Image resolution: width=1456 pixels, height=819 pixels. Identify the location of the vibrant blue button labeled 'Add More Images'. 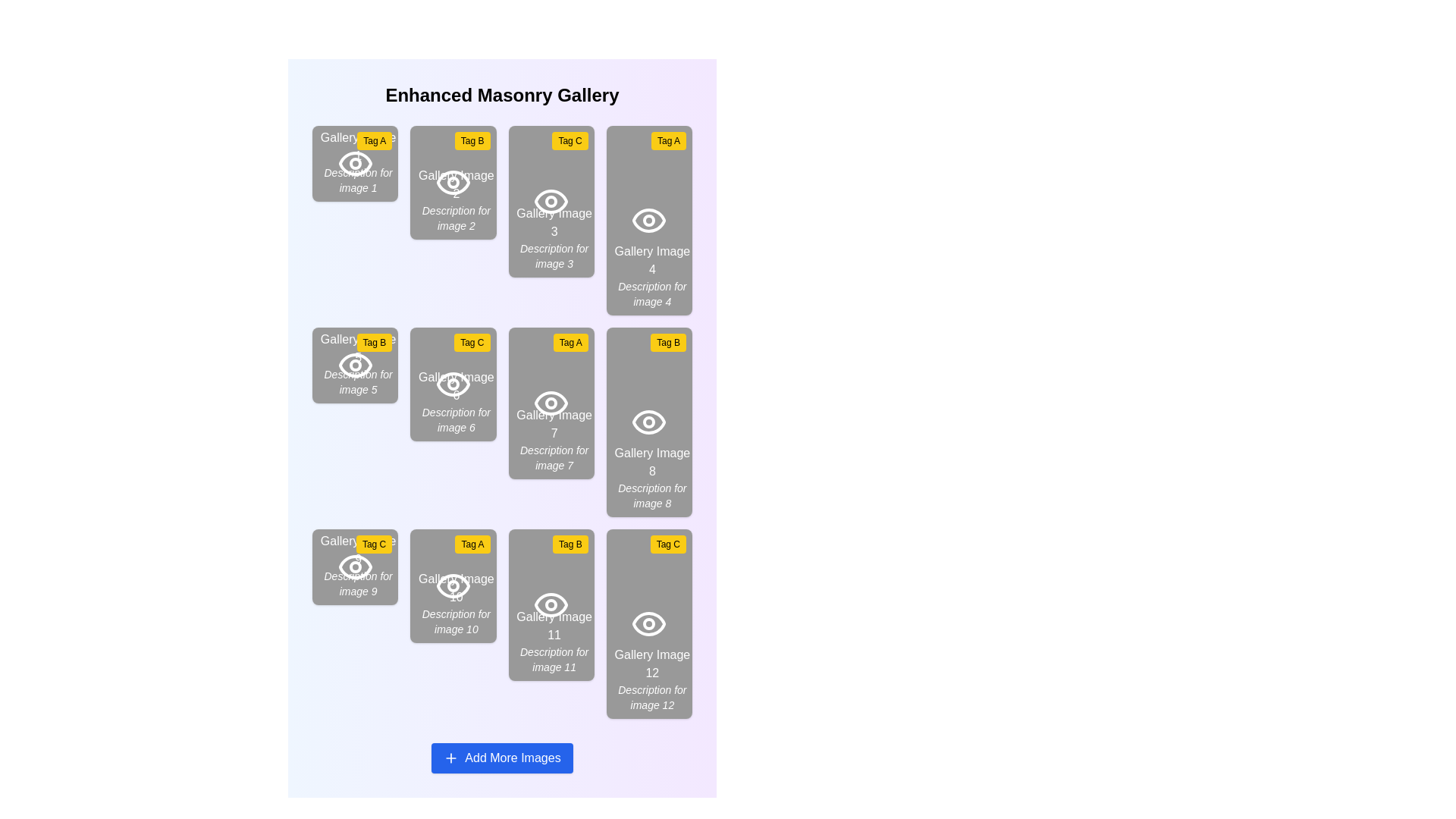
(502, 758).